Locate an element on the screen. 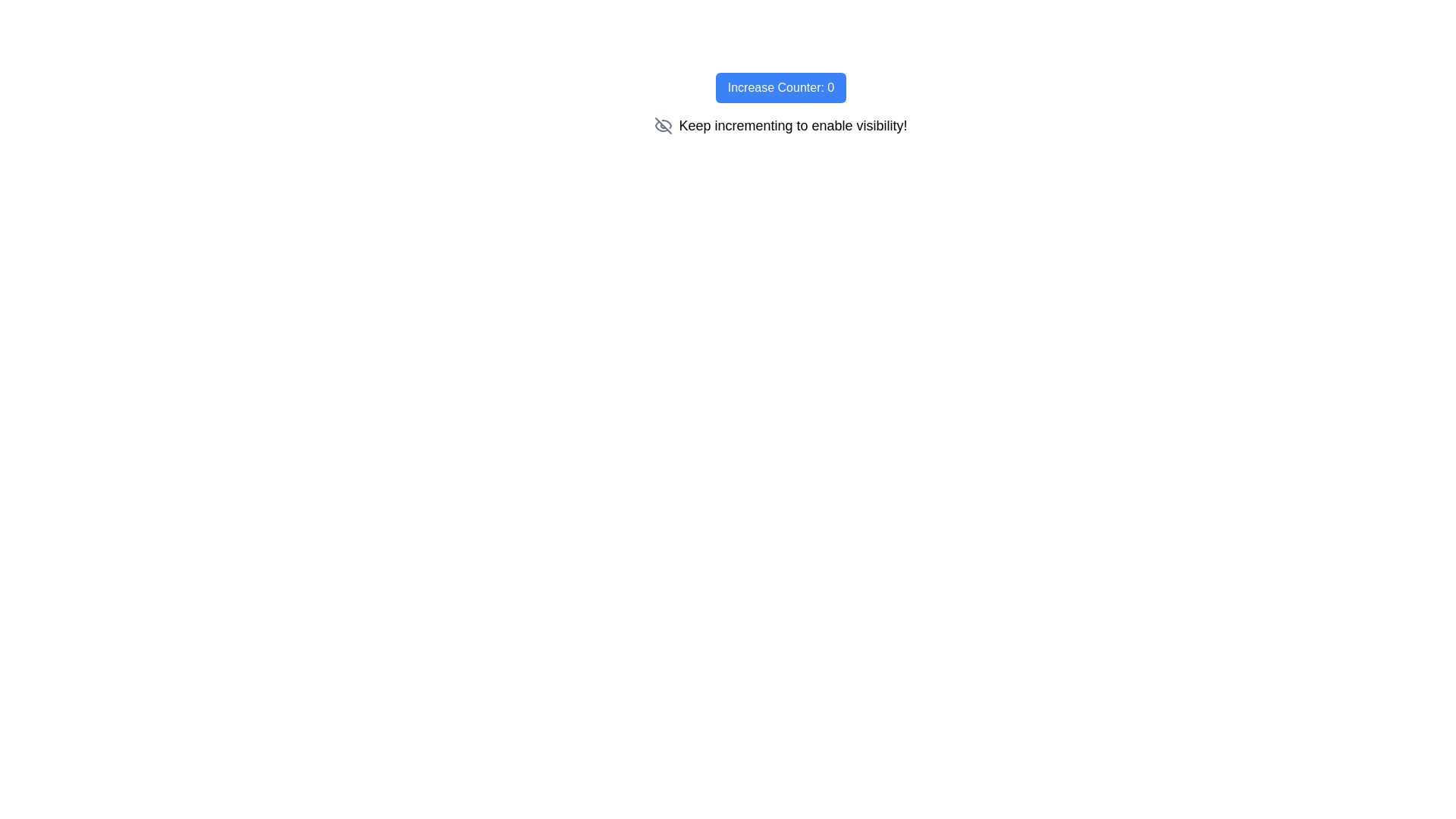  the blue button labeled 'Increase Counter: 0' to observe its hover effects is located at coordinates (781, 87).